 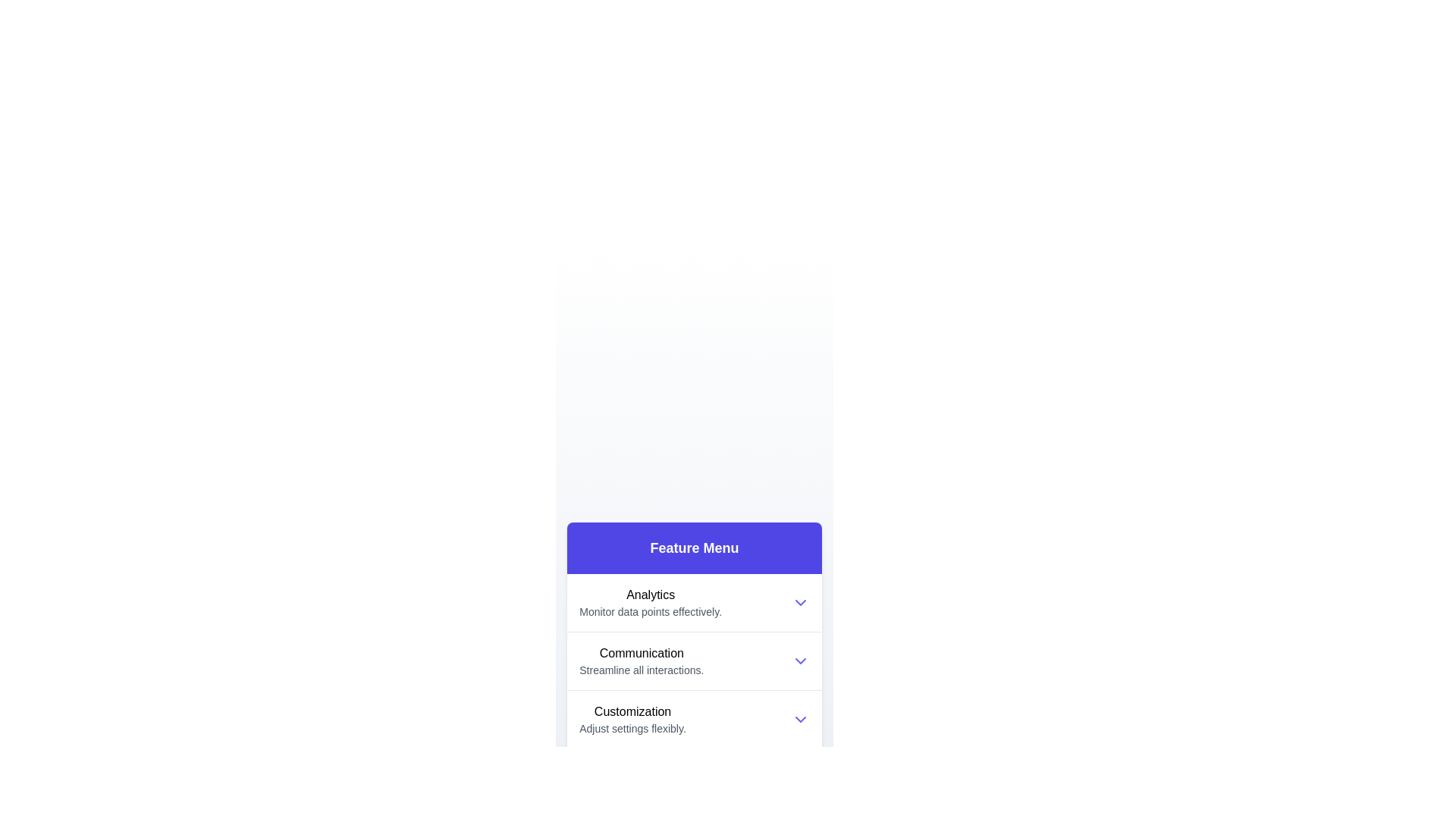 I want to click on the Customization icon to expand its subcategories, so click(x=632, y=718).